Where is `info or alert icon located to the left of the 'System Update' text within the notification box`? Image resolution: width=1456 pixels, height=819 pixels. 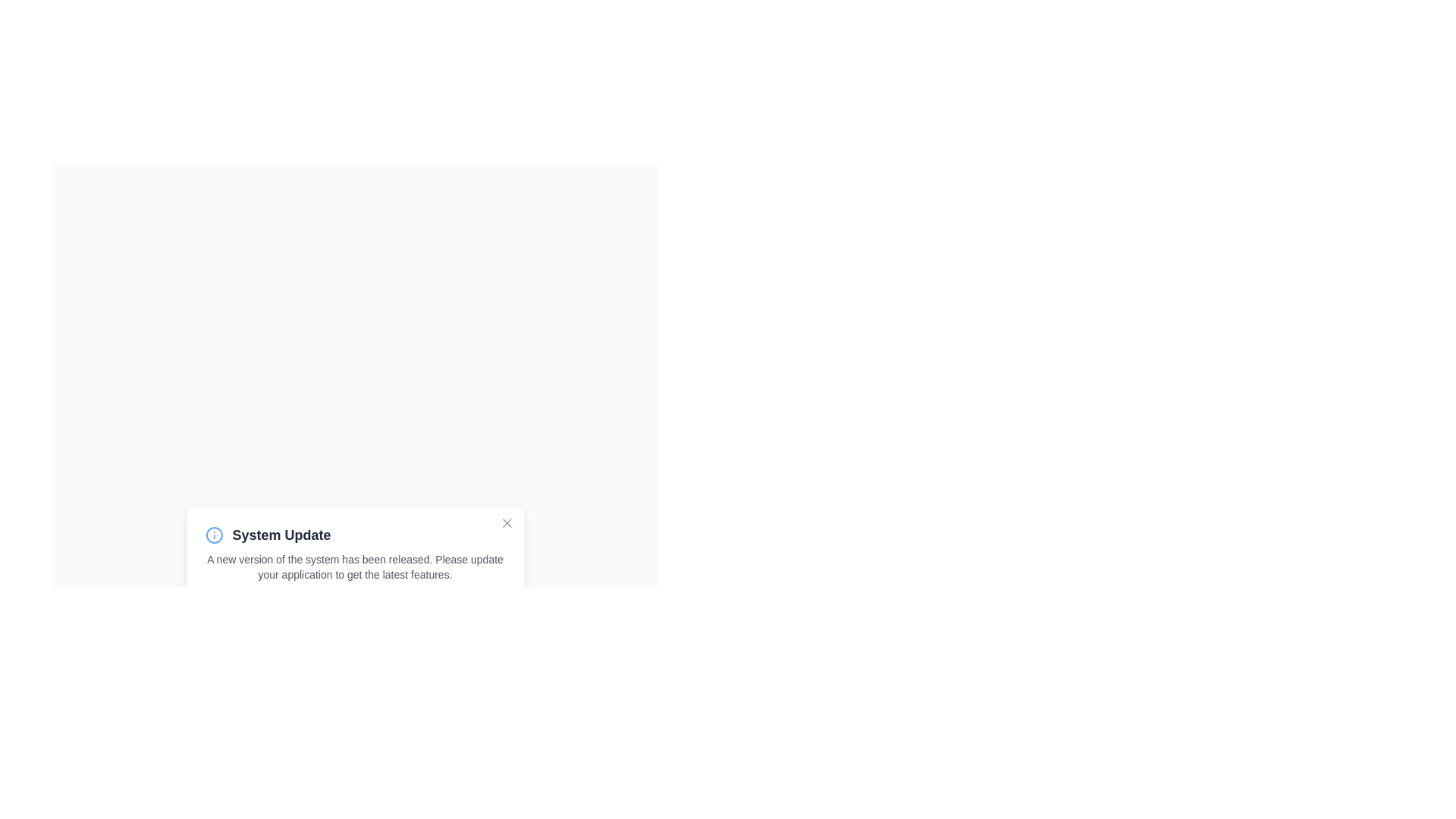
info or alert icon located to the left of the 'System Update' text within the notification box is located at coordinates (213, 534).